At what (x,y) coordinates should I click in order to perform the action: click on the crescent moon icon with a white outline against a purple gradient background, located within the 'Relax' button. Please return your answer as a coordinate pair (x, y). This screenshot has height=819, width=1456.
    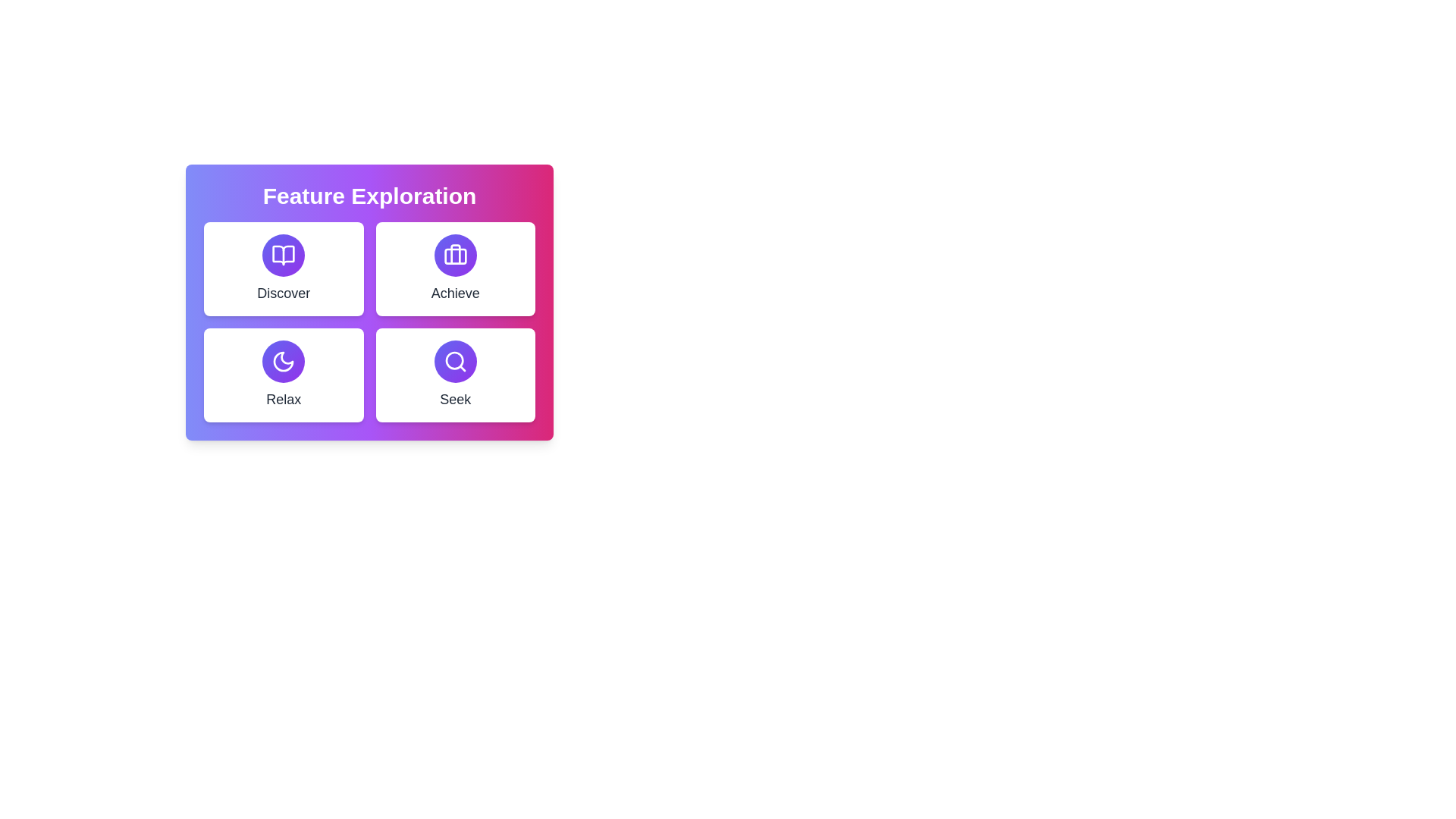
    Looking at the image, I should click on (284, 362).